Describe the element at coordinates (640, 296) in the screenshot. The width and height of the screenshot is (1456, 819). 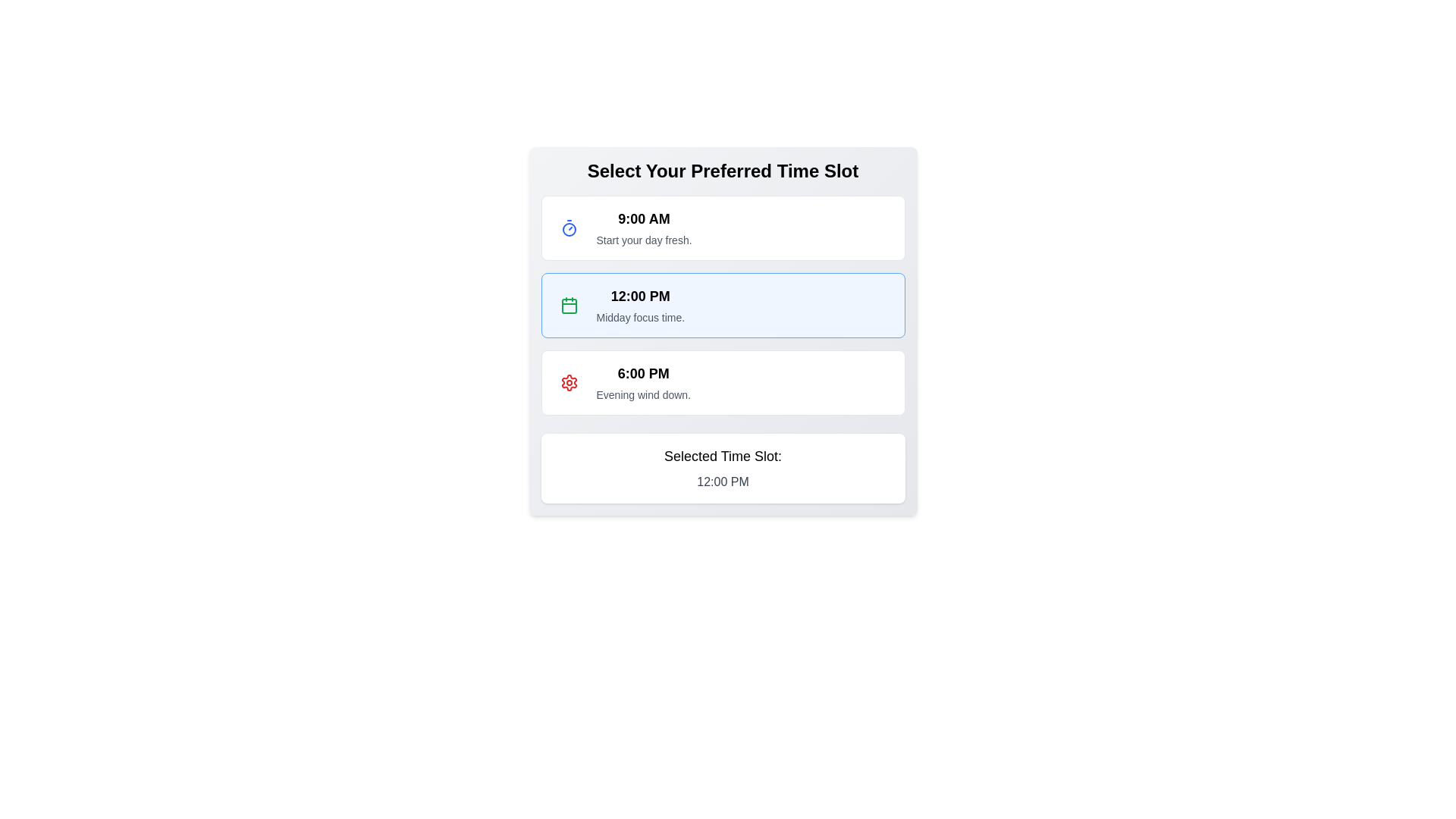
I see `the time display '12:00 PM' in bold, large font located at the center of its section, which is beneath a green calendar icon and above the description text 'Midday focus time'` at that location.